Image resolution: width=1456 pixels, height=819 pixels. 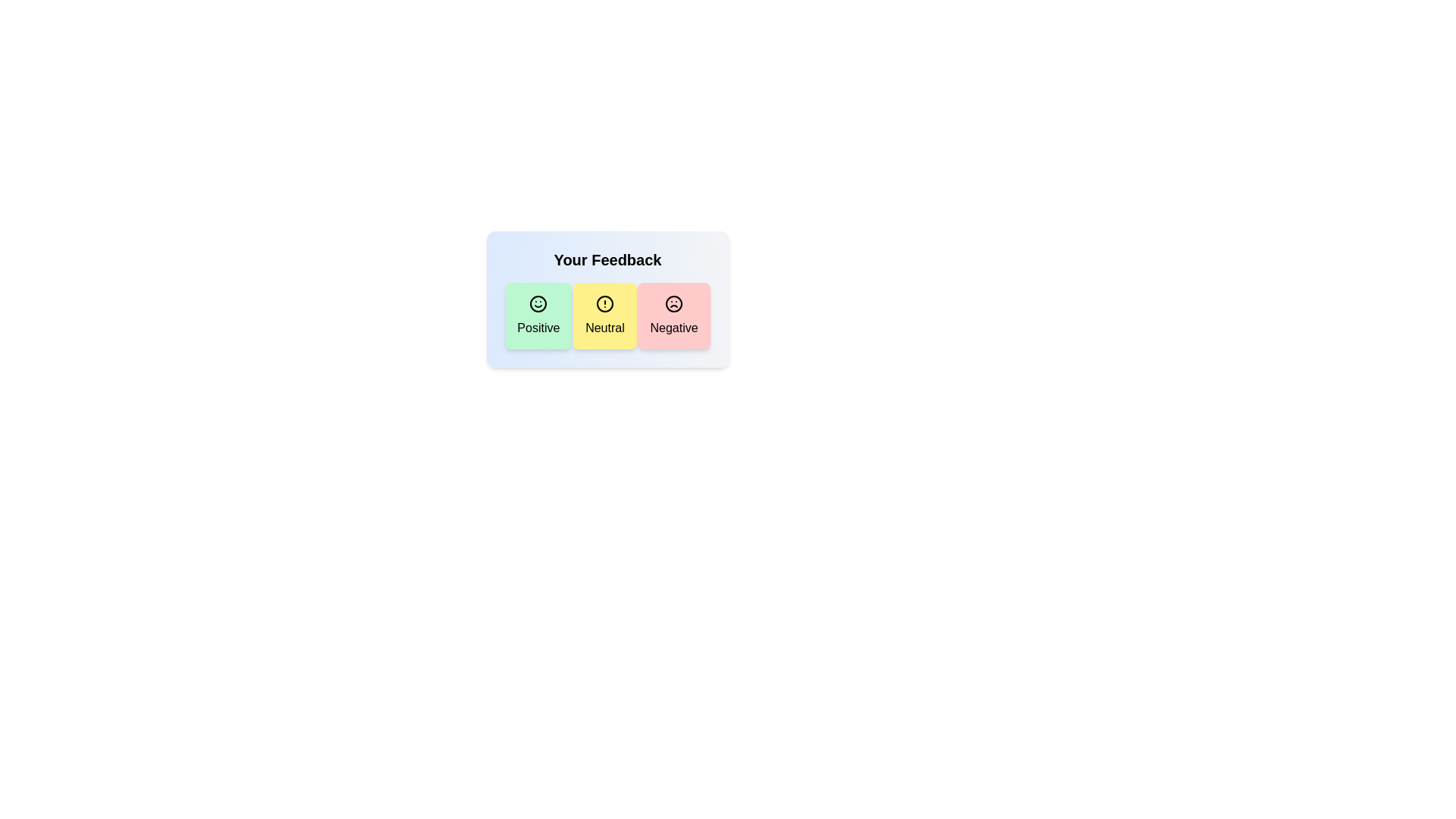 What do you see at coordinates (538, 304) in the screenshot?
I see `the circle element with a radius of 10 pixels located at the center of the 'Positive' feedback button in the feedback selection interface` at bounding box center [538, 304].